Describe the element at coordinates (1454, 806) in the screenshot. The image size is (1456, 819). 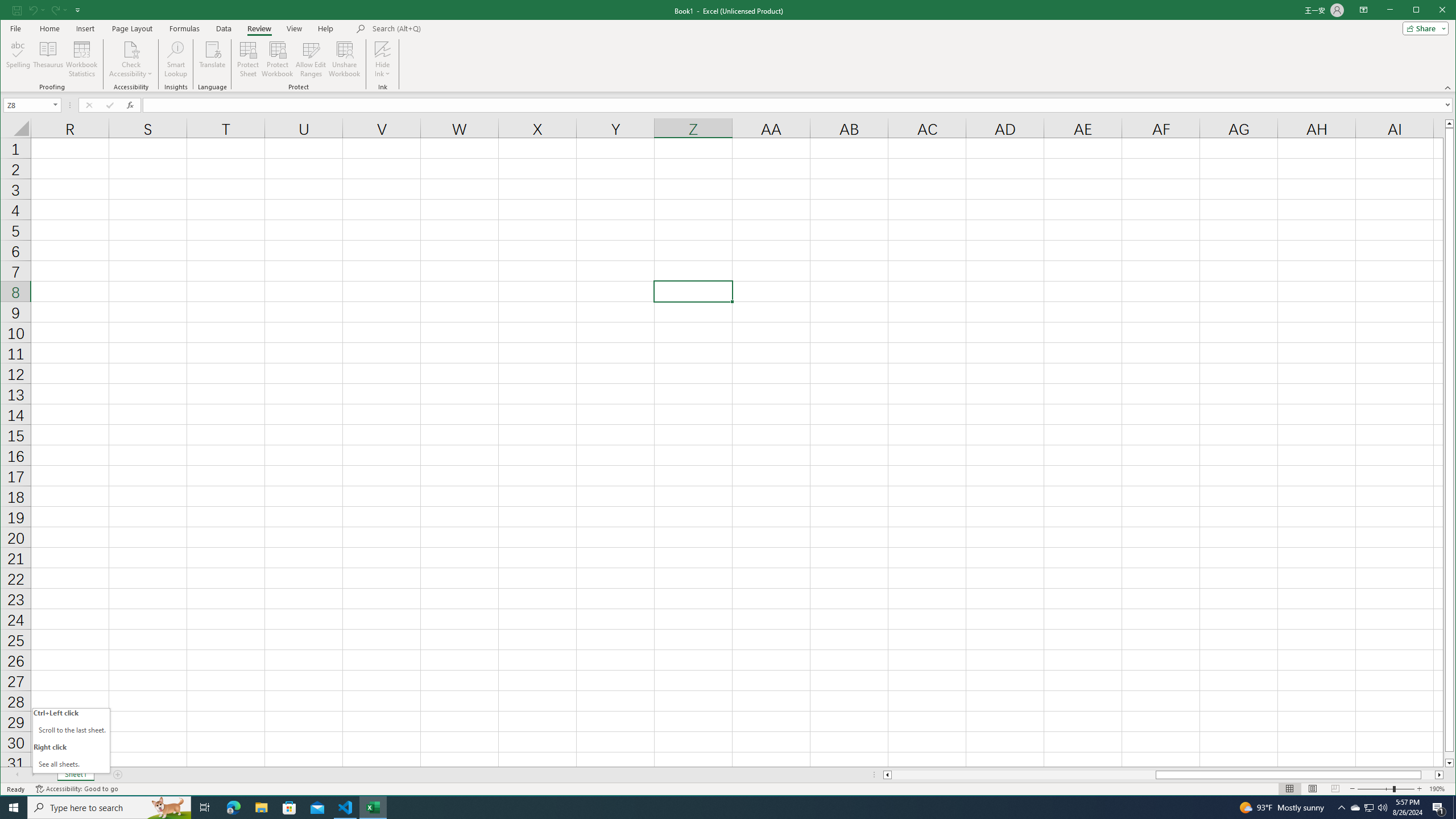
I see `'Show desktop'` at that location.